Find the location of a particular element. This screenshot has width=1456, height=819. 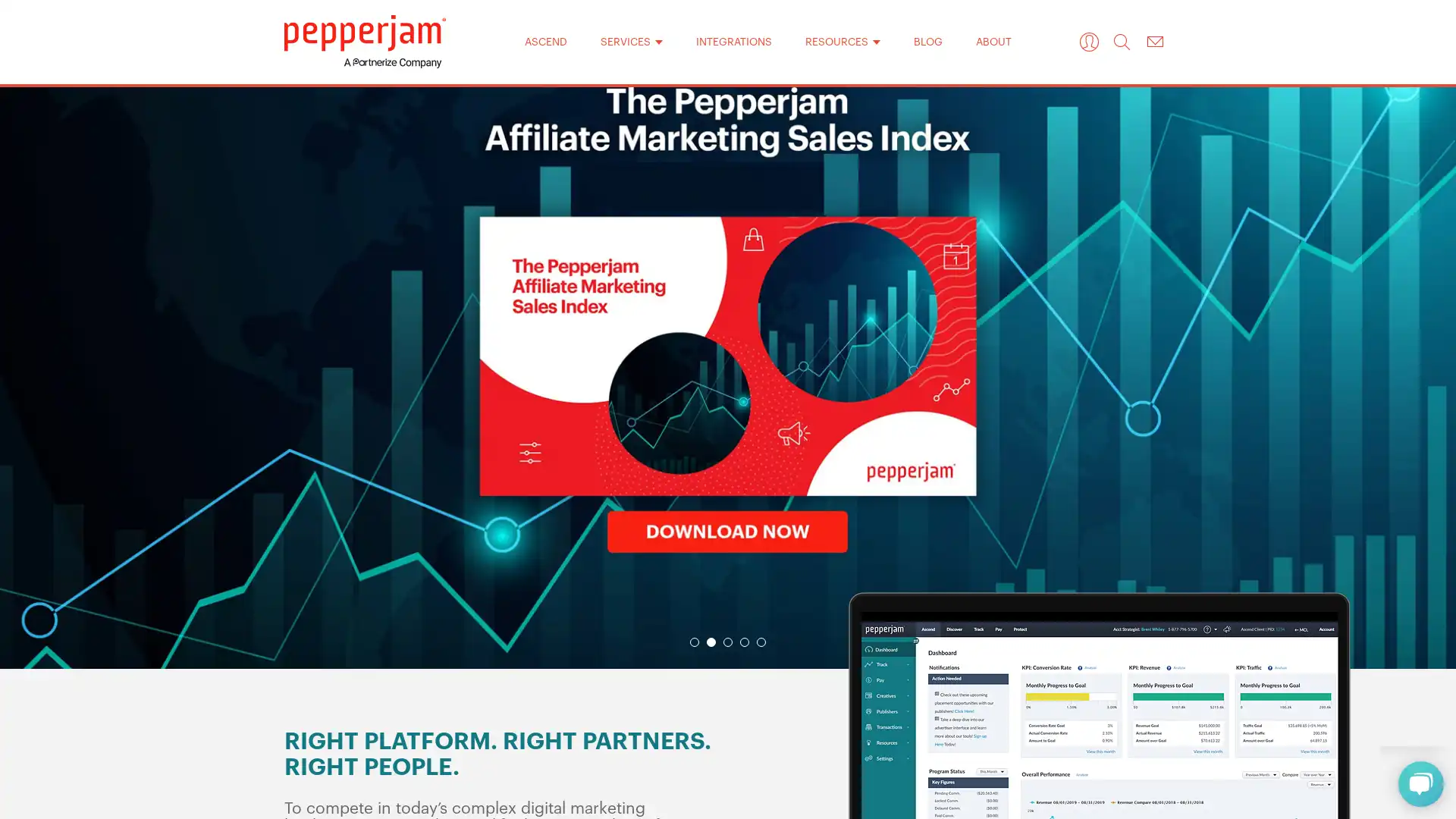

Close is located at coordinates (924, 166).